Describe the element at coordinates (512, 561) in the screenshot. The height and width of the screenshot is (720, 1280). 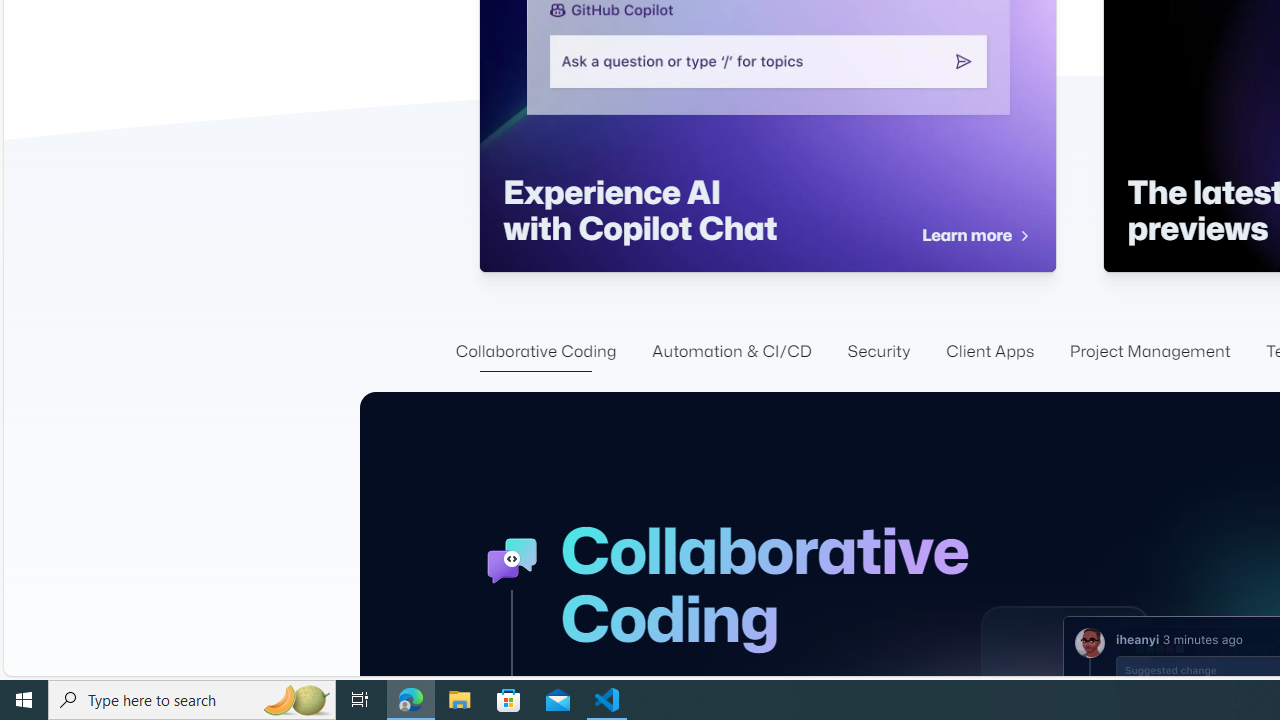
I see `'GitHub Collaboration Icon'` at that location.